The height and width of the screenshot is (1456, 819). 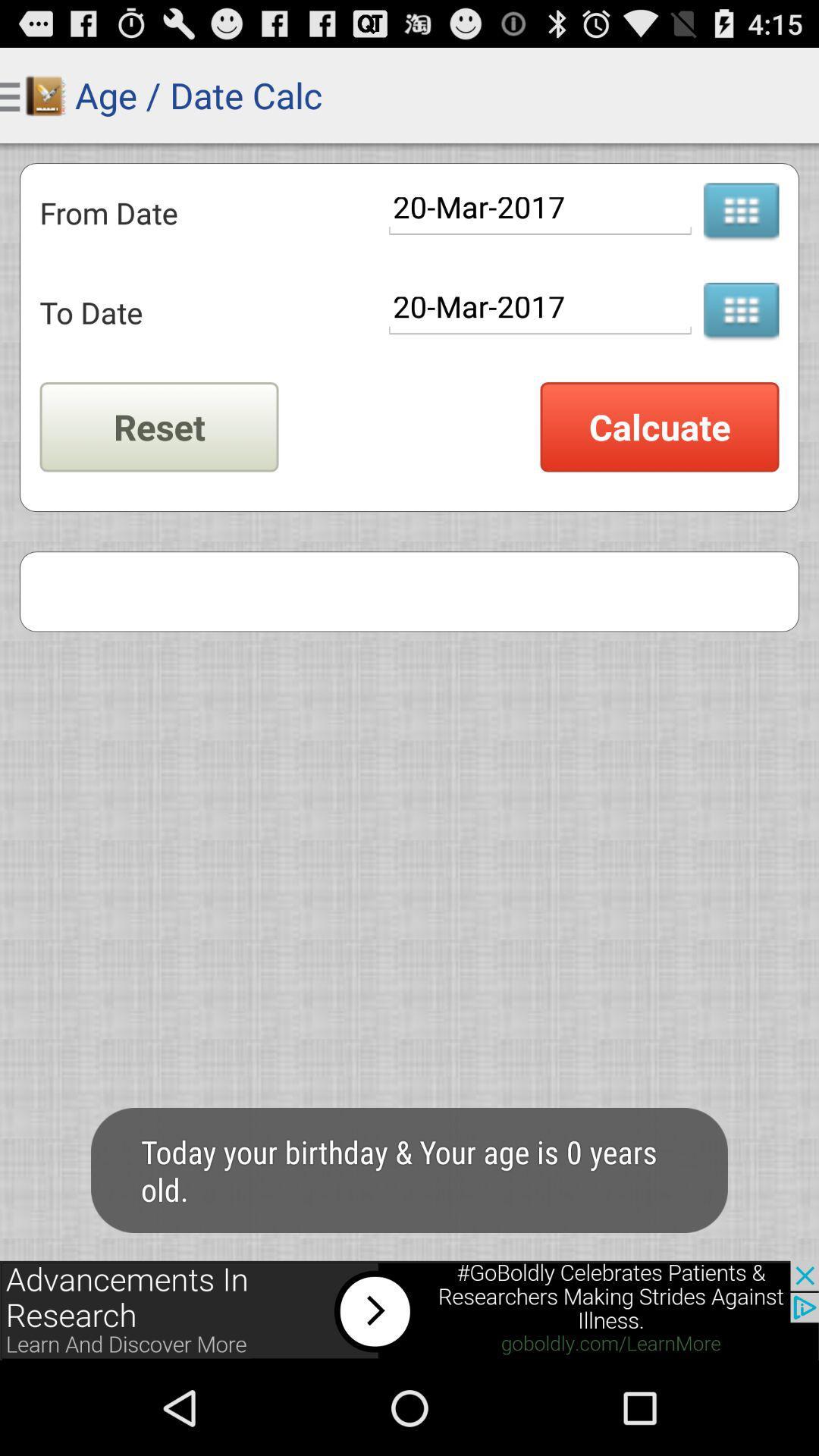 What do you see at coordinates (740, 212) in the screenshot?
I see `choose a date` at bounding box center [740, 212].